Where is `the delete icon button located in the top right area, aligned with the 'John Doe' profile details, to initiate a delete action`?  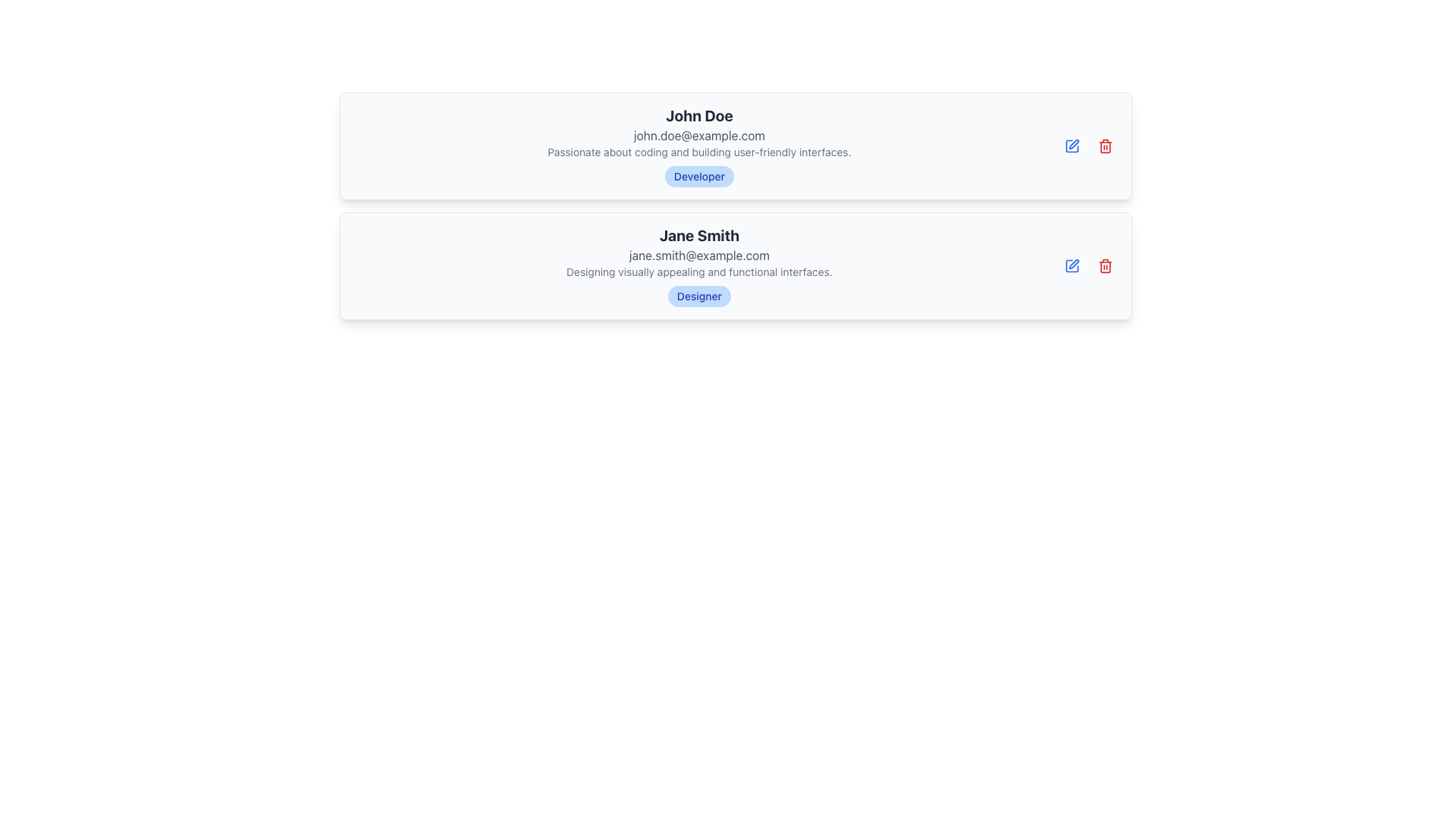
the delete icon button located in the top right area, aligned with the 'John Doe' profile details, to initiate a delete action is located at coordinates (1106, 146).